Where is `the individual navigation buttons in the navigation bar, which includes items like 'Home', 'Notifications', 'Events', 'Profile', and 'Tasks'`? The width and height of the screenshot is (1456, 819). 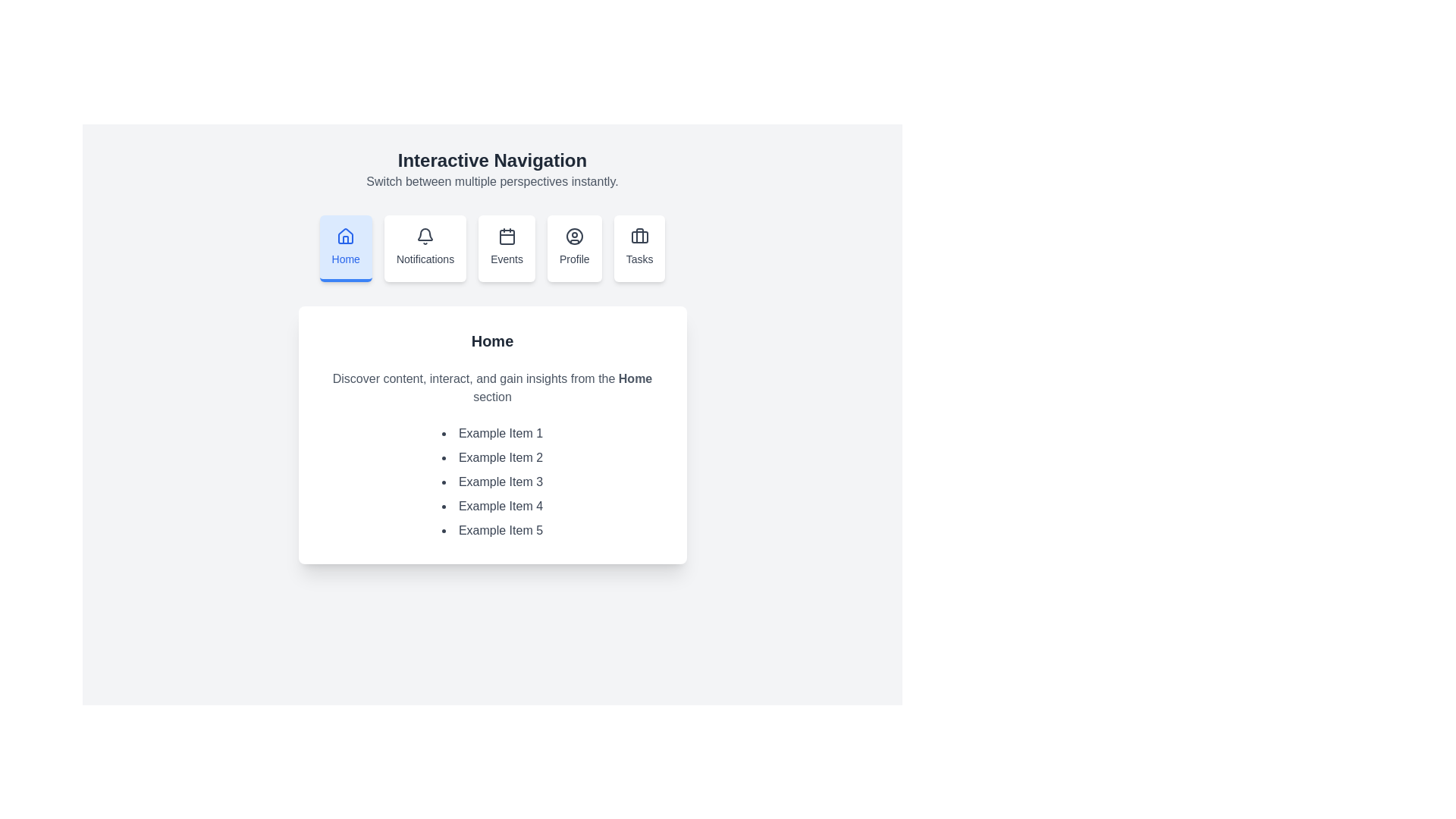
the individual navigation buttons in the navigation bar, which includes items like 'Home', 'Notifications', 'Events', 'Profile', and 'Tasks' is located at coordinates (492, 247).